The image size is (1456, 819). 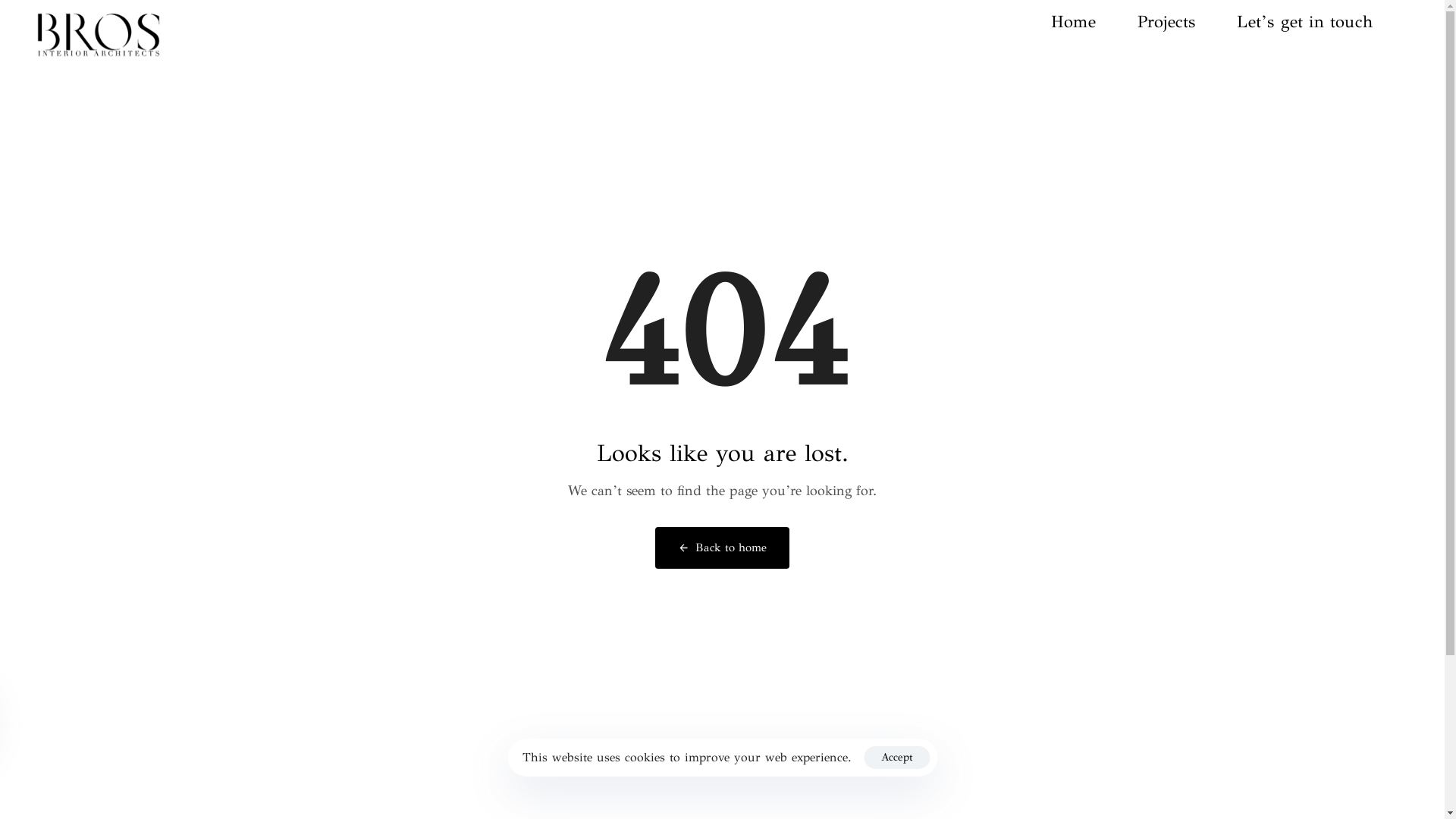 I want to click on 'Accept', so click(x=863, y=758).